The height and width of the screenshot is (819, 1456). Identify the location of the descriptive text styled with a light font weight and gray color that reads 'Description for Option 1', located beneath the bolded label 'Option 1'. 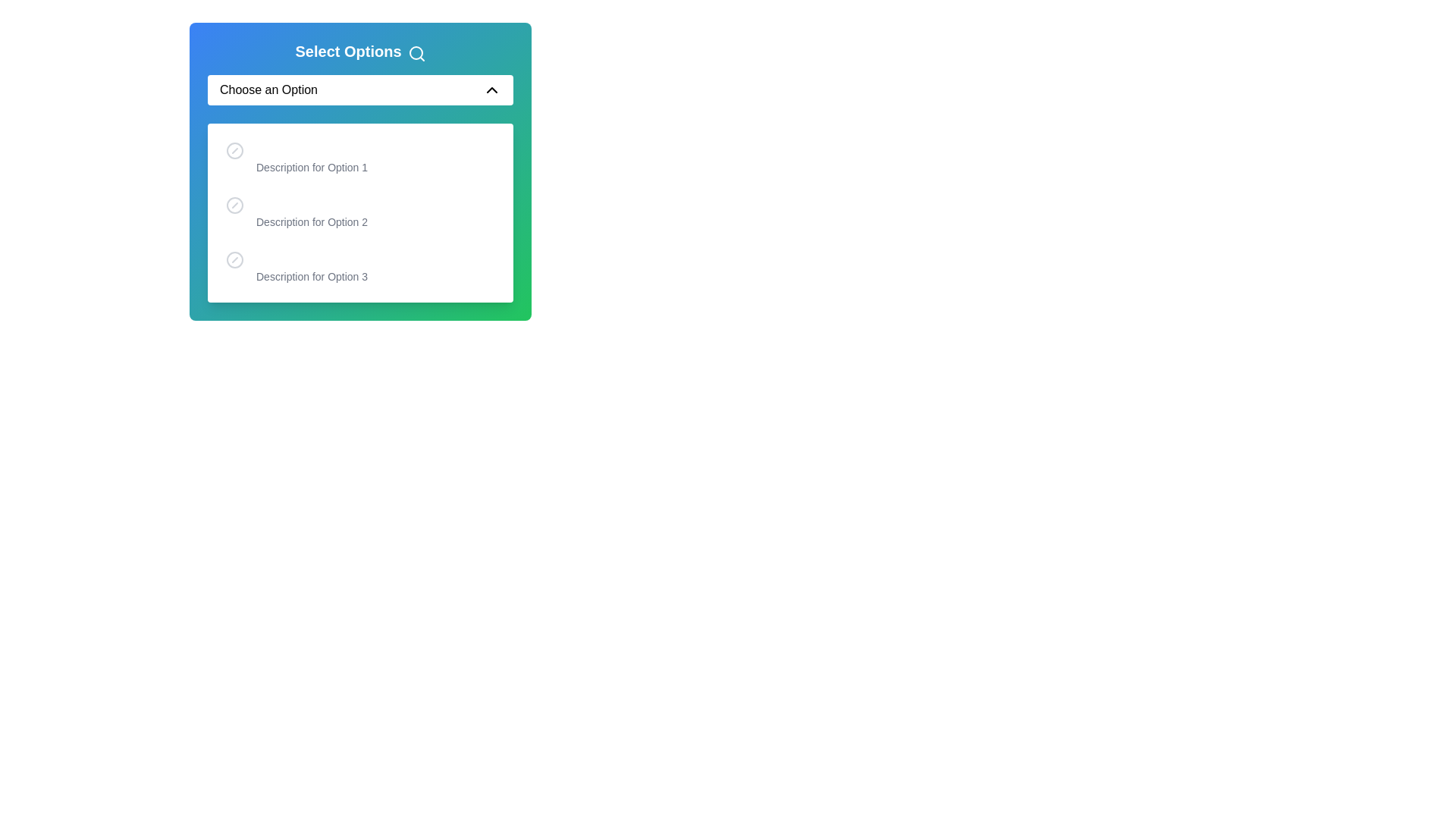
(311, 158).